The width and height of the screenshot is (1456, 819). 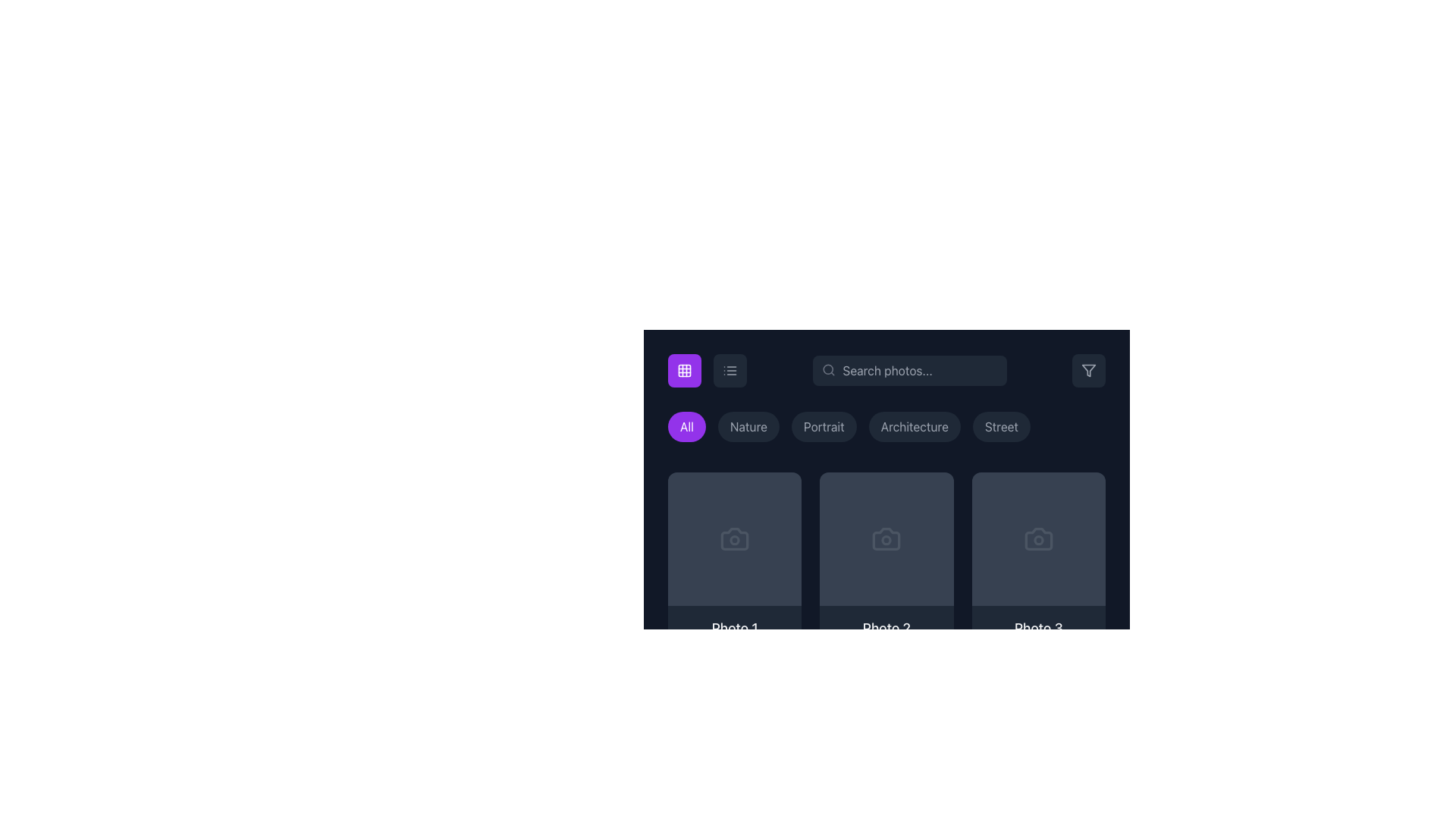 I want to click on the icon with a purple background in the top-left section of the interface, so click(x=683, y=371).